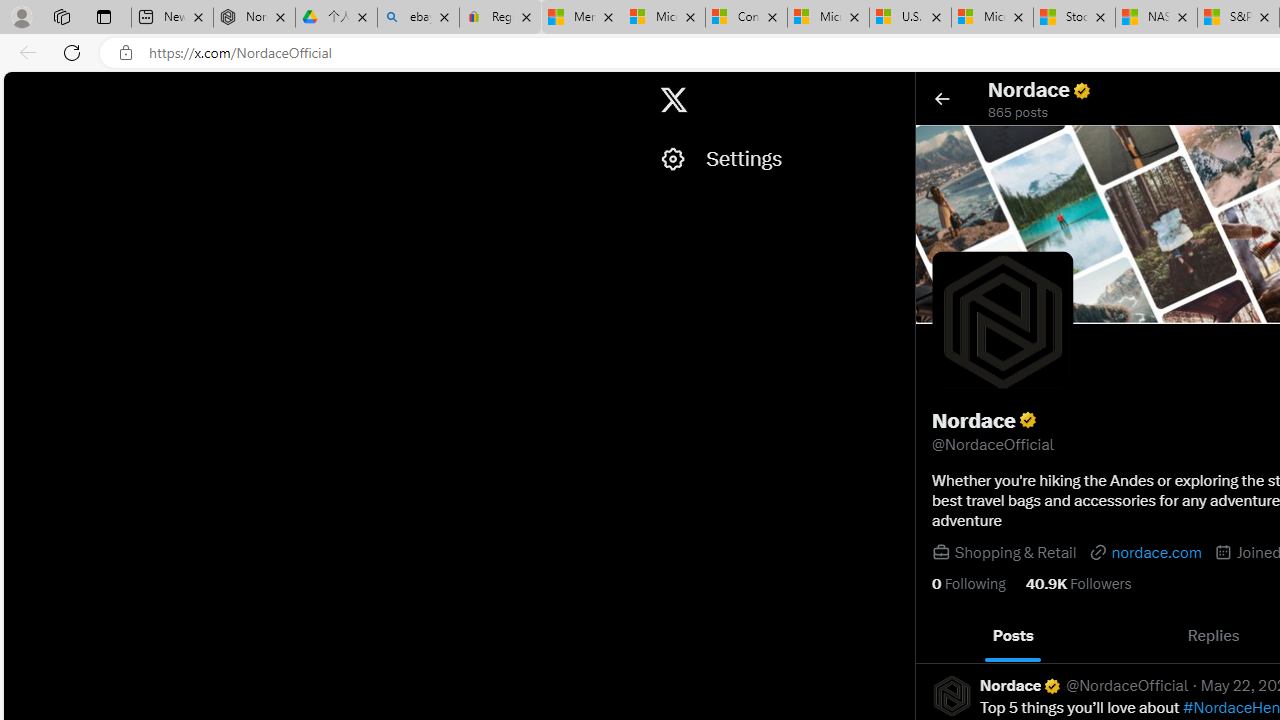 Image resolution: width=1280 pixels, height=720 pixels. I want to click on 'Square profile picture', so click(951, 694).